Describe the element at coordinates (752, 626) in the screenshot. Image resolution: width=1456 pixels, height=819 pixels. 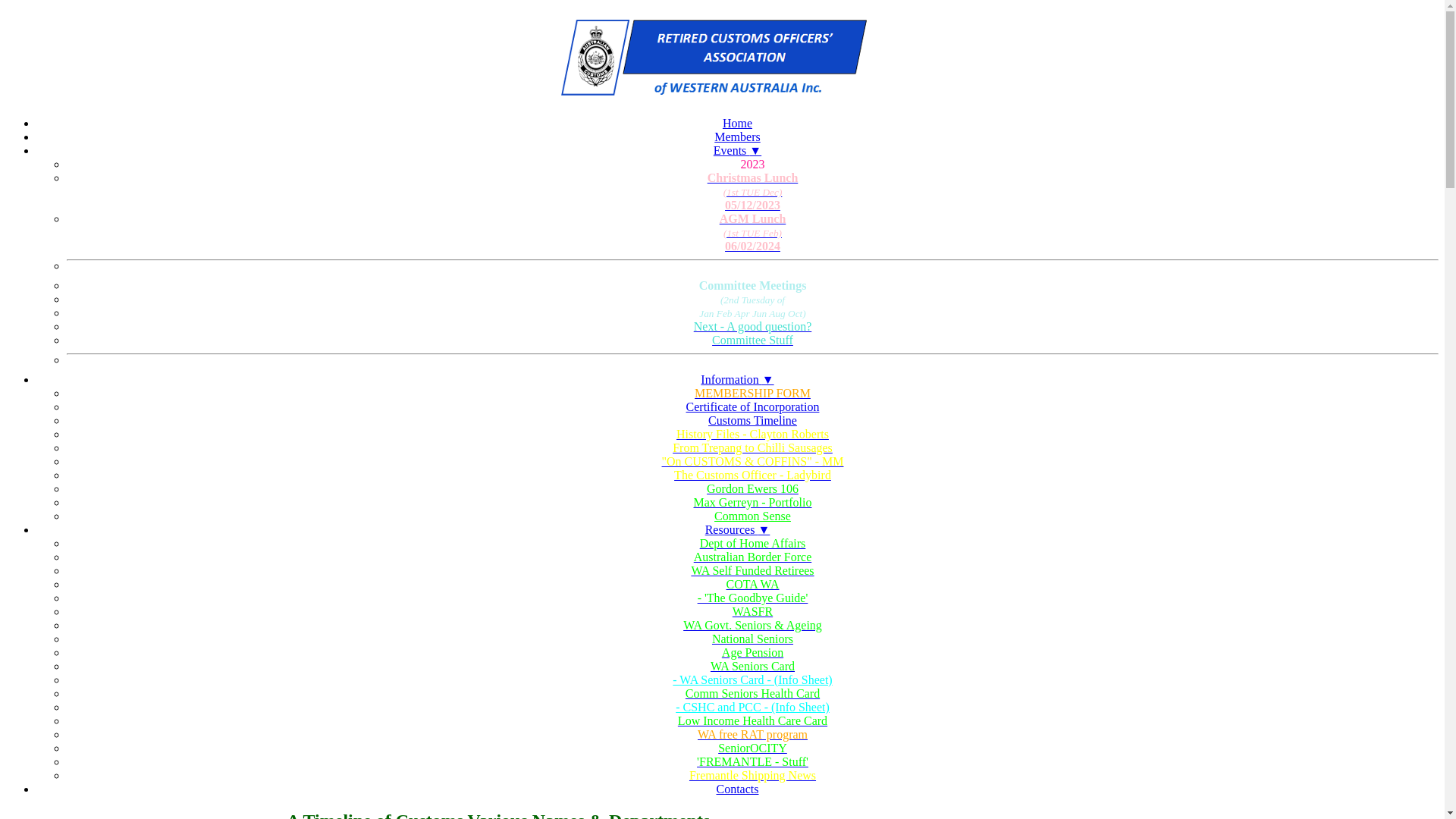
I see `'WA Govt. Seniors & Ageing'` at that location.